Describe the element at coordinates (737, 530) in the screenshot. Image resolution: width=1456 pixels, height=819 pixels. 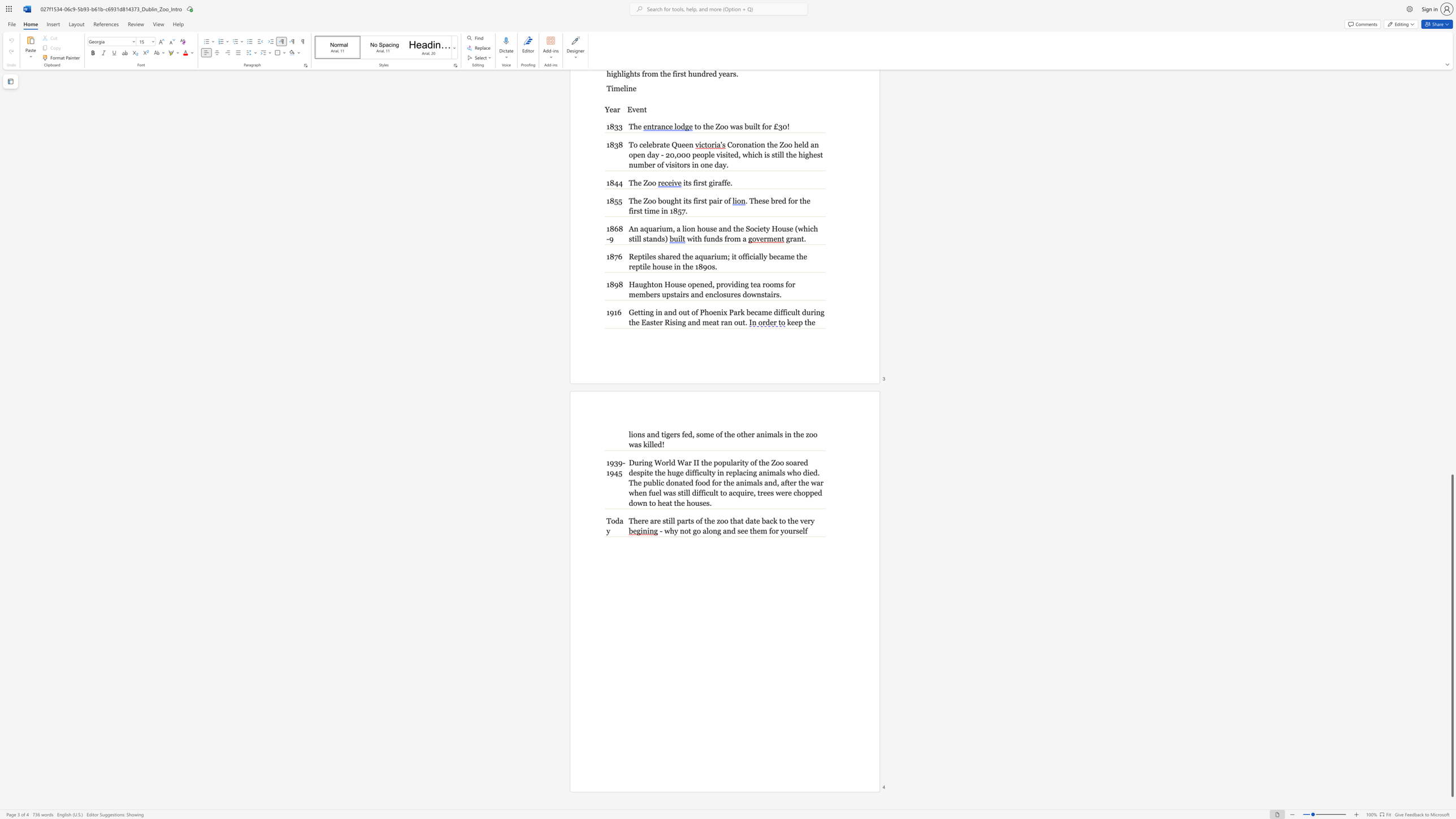
I see `the subset text "see them for yo" within the text "- why not go along and see them for yourself"` at that location.